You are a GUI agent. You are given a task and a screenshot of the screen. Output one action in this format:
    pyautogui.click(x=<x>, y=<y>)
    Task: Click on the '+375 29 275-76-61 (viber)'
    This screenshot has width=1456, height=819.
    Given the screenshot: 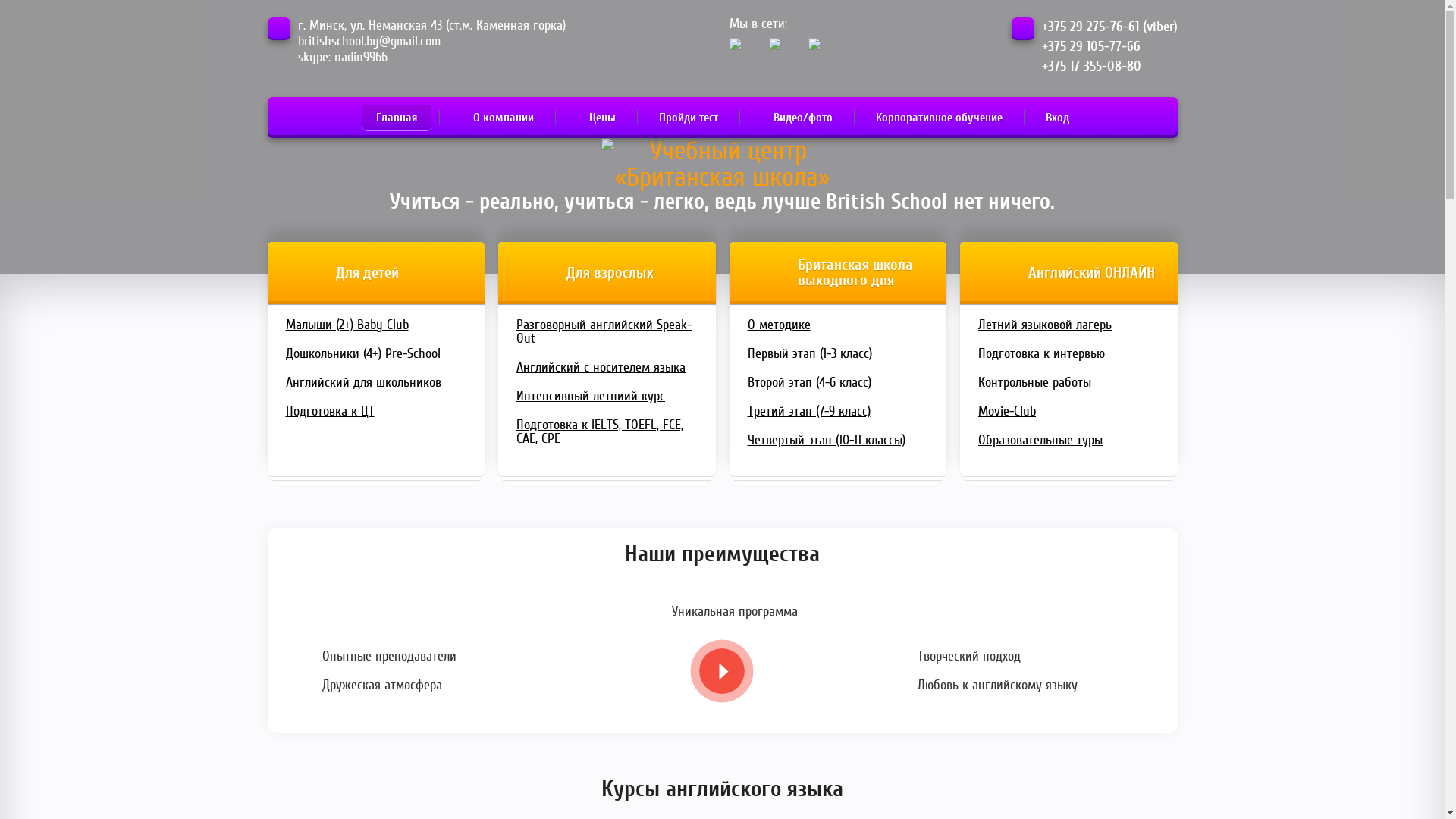 What is the action you would take?
    pyautogui.click(x=1109, y=27)
    